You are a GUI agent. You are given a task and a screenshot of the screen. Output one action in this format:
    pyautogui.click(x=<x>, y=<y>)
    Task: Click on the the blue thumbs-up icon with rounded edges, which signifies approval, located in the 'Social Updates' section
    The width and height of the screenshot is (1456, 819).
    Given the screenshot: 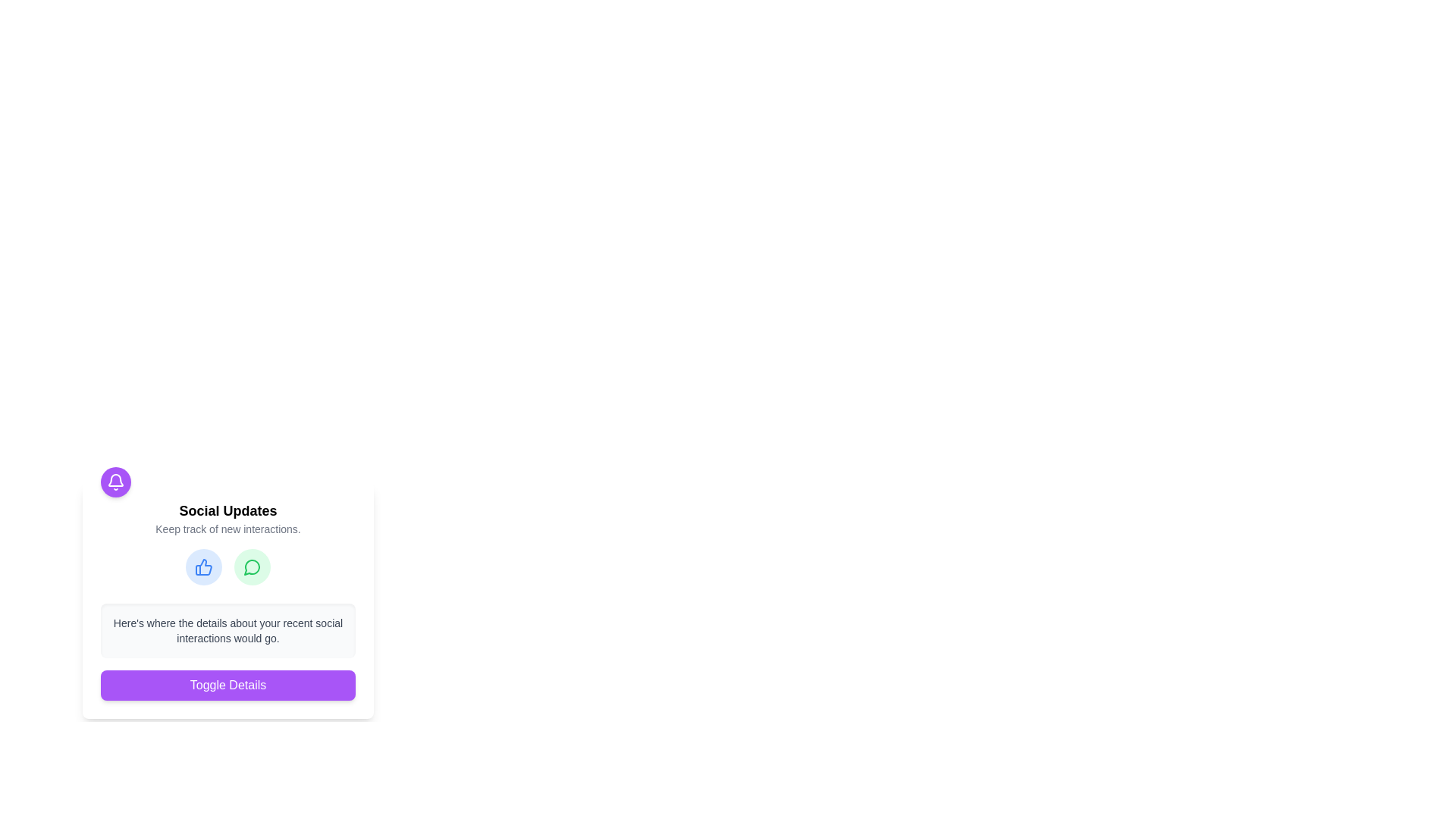 What is the action you would take?
    pyautogui.click(x=202, y=567)
    